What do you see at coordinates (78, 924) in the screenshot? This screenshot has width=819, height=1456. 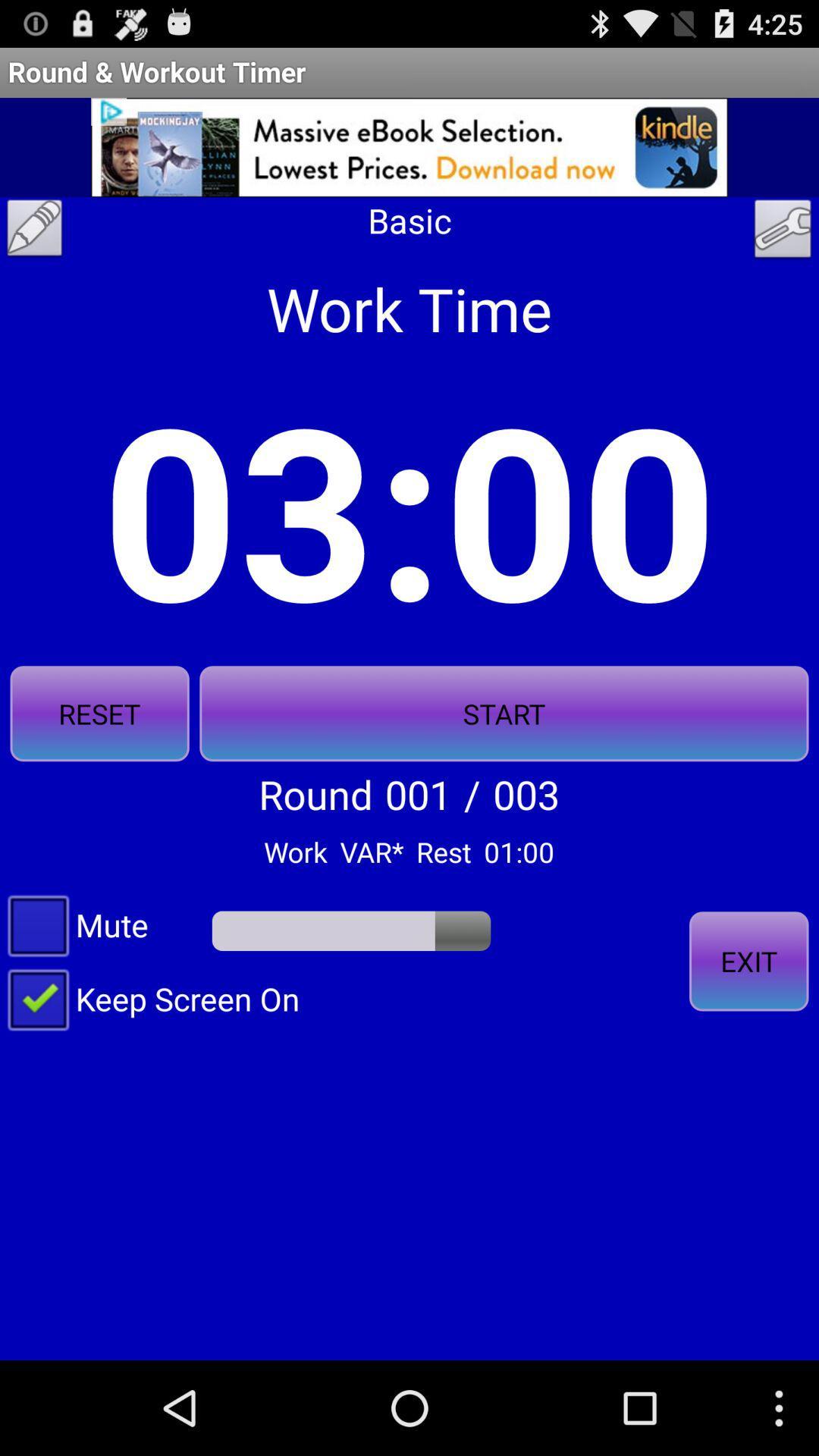 I see `mute  icon` at bounding box center [78, 924].